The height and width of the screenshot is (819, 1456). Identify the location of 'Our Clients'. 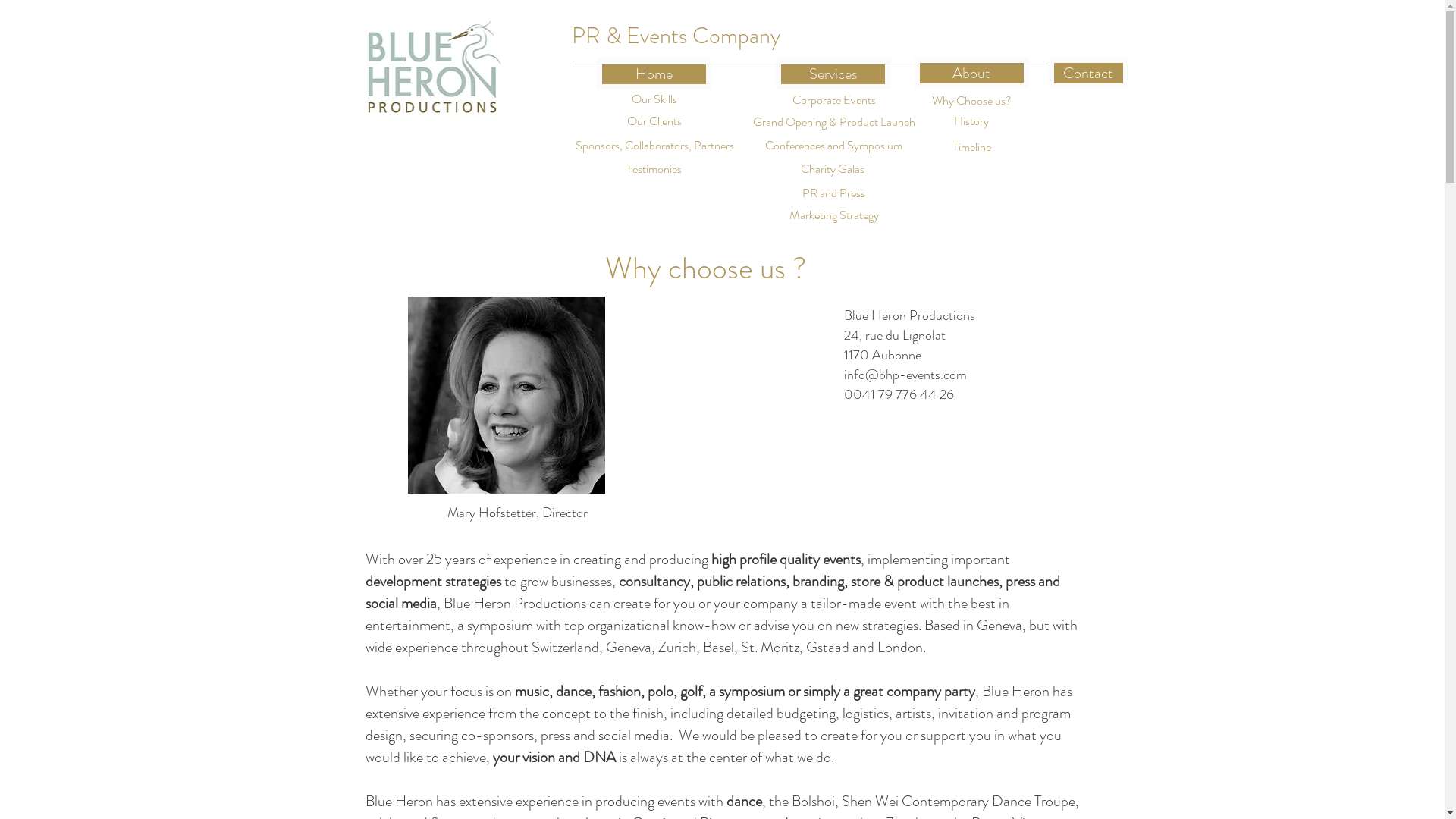
(654, 121).